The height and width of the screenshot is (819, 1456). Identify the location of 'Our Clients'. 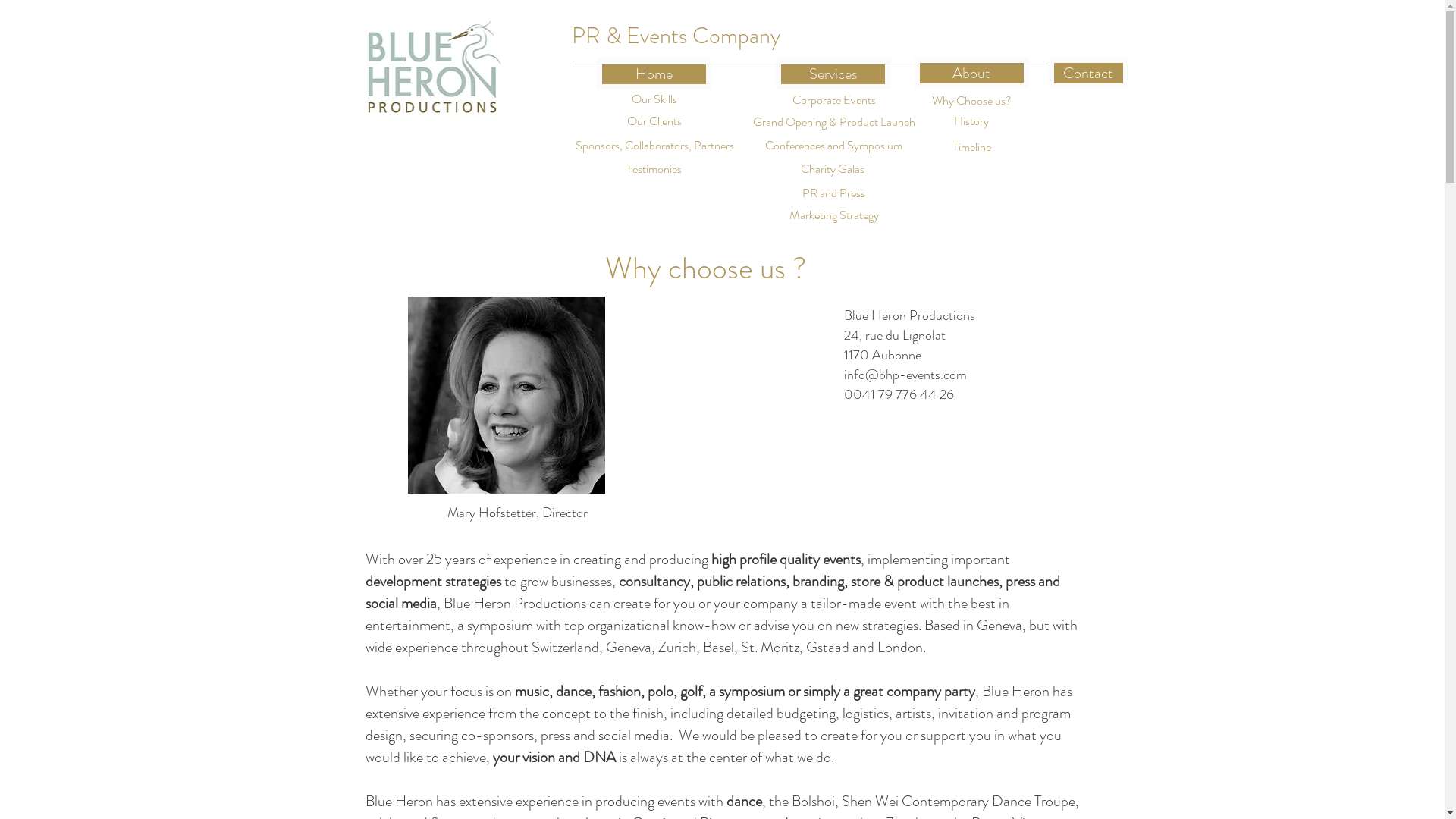
(654, 121).